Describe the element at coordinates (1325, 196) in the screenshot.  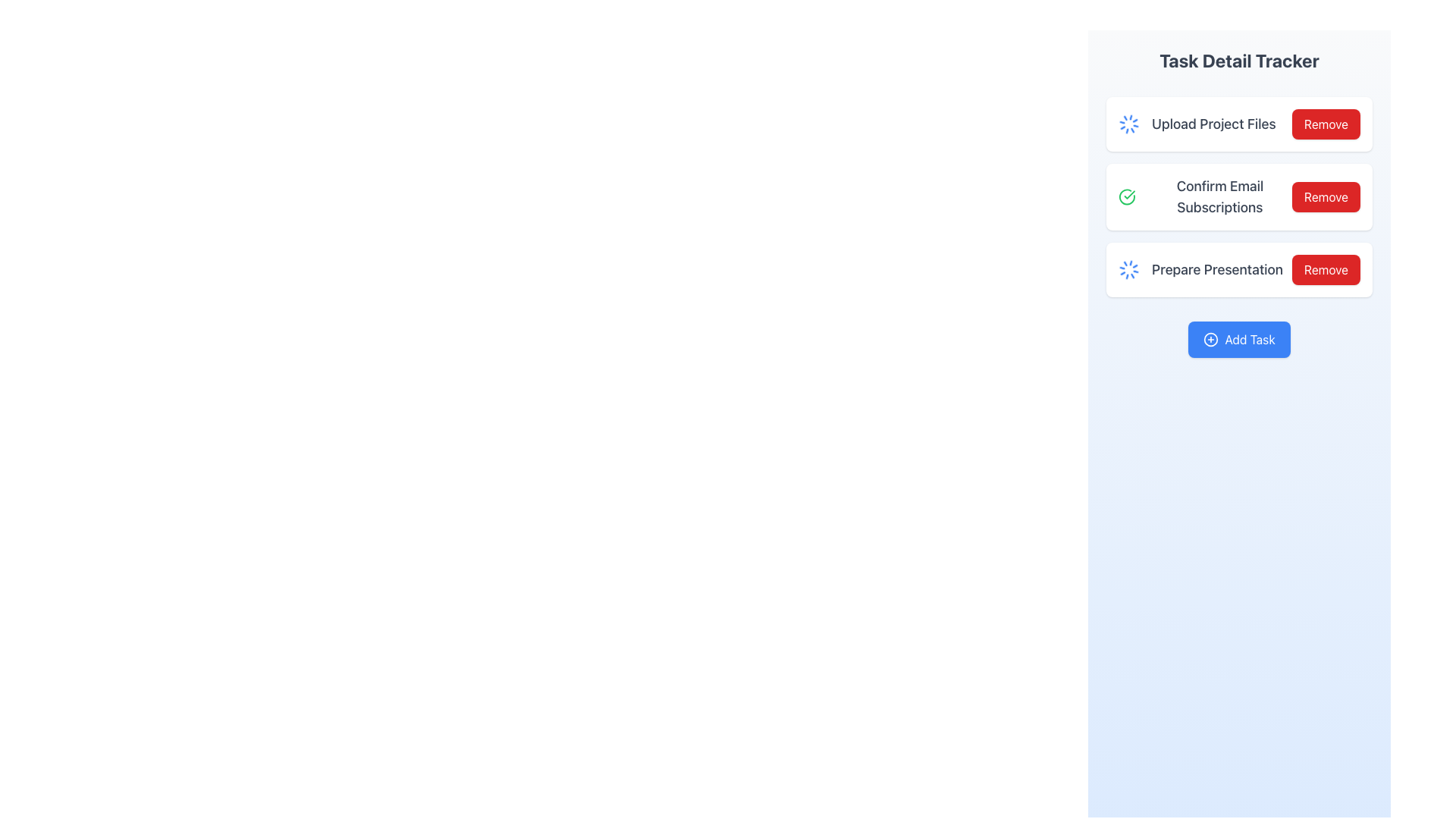
I see `the 'Remove' button with a red background and white text for keyboard navigation` at that location.